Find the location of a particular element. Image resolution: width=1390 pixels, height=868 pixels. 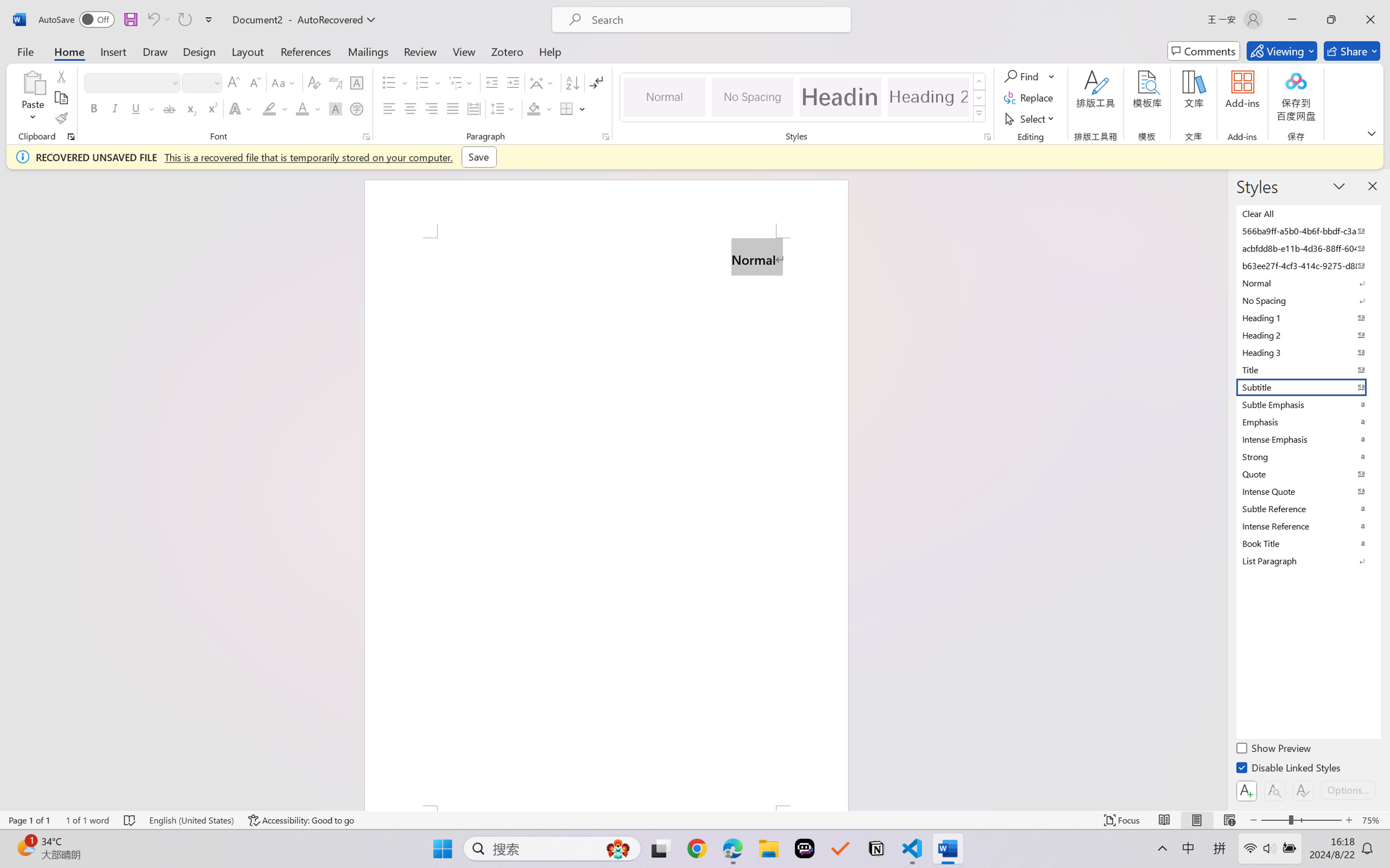

'Align Right' is located at coordinates (432, 108).